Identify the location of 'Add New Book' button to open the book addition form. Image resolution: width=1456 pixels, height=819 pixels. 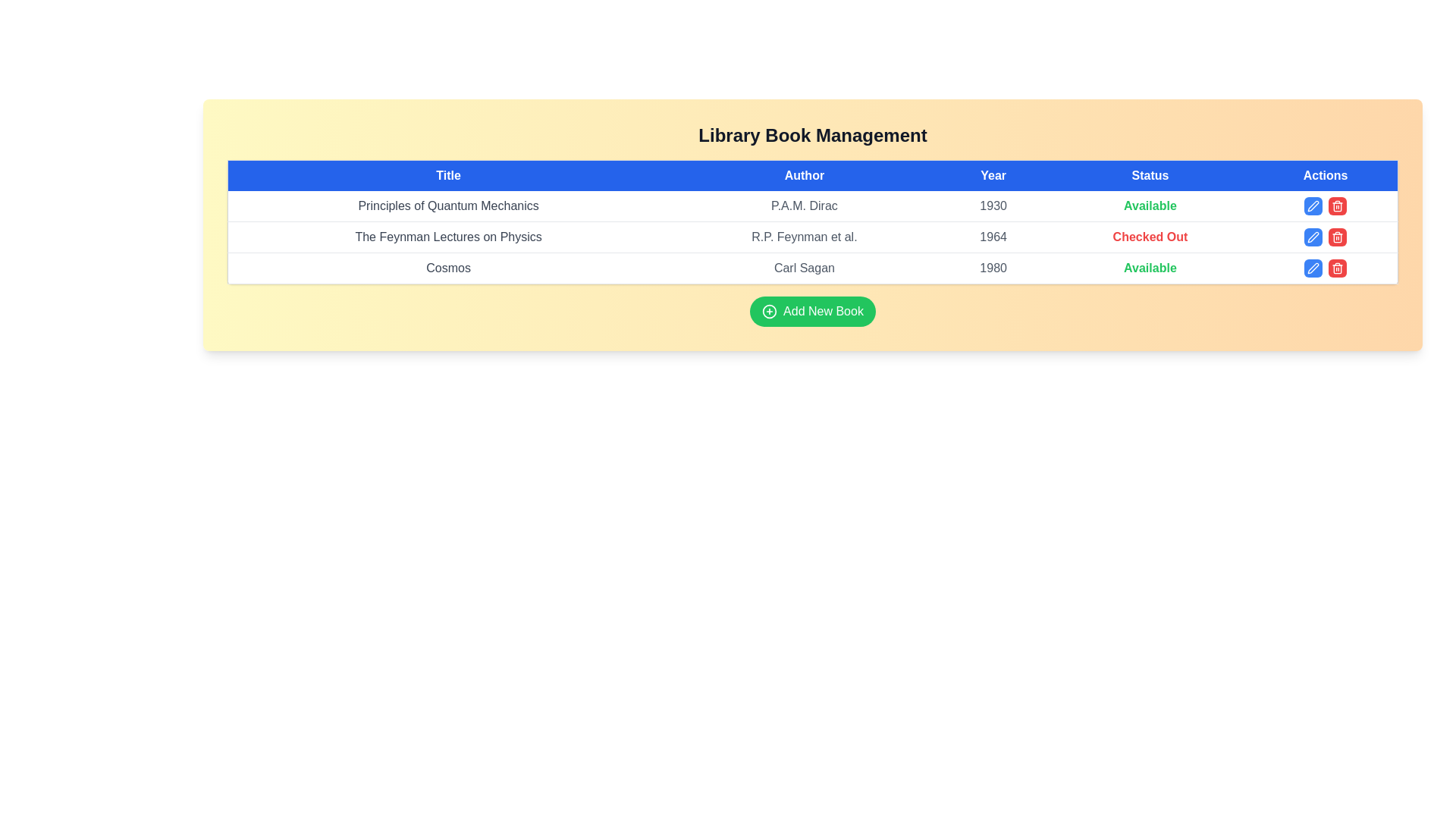
(811, 311).